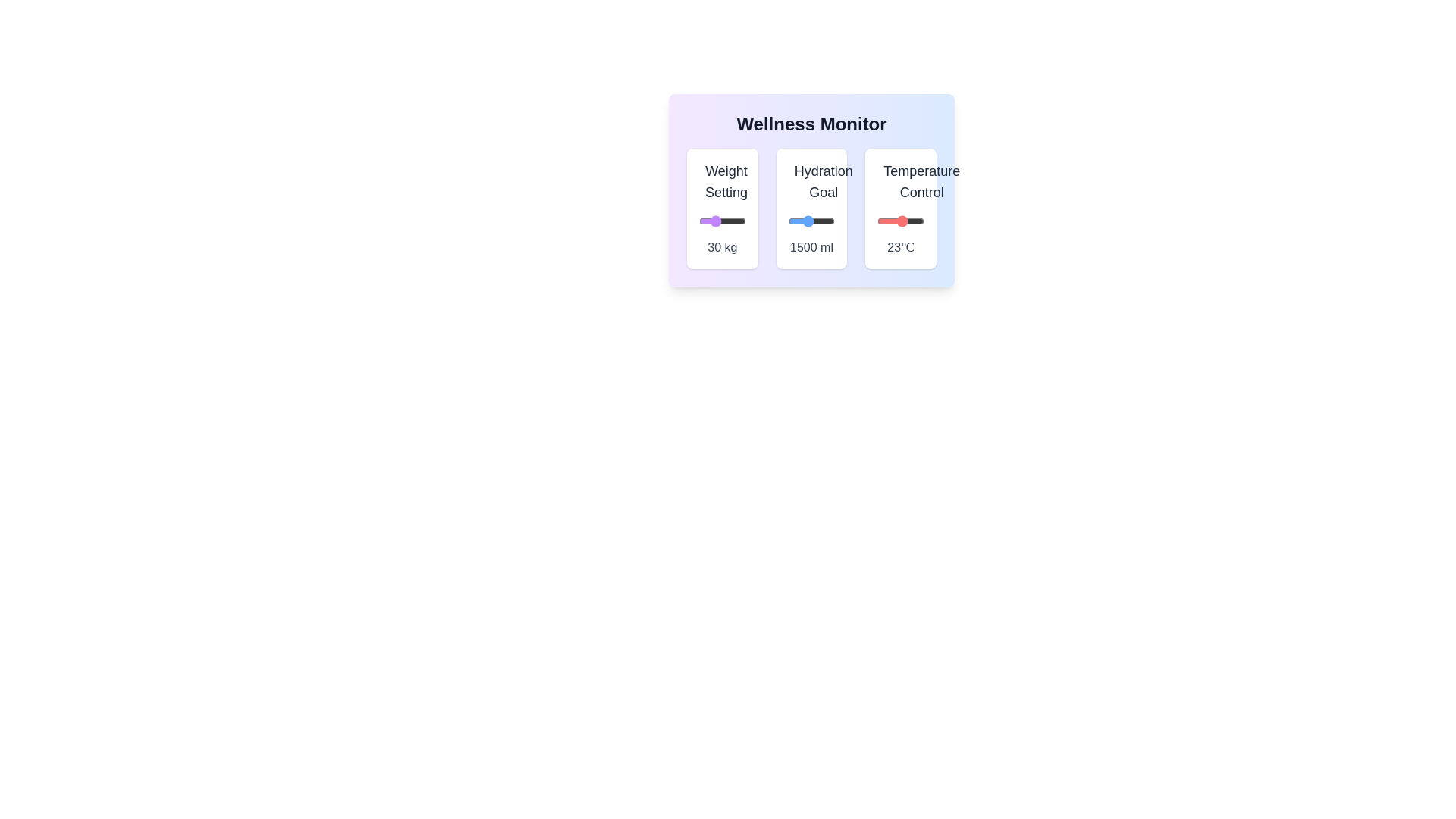  What do you see at coordinates (921, 180) in the screenshot?
I see `the descriptive text label indicating temperature regulation in the 'Temperature Control' section of the 'Wellness Monitor' interface` at bounding box center [921, 180].